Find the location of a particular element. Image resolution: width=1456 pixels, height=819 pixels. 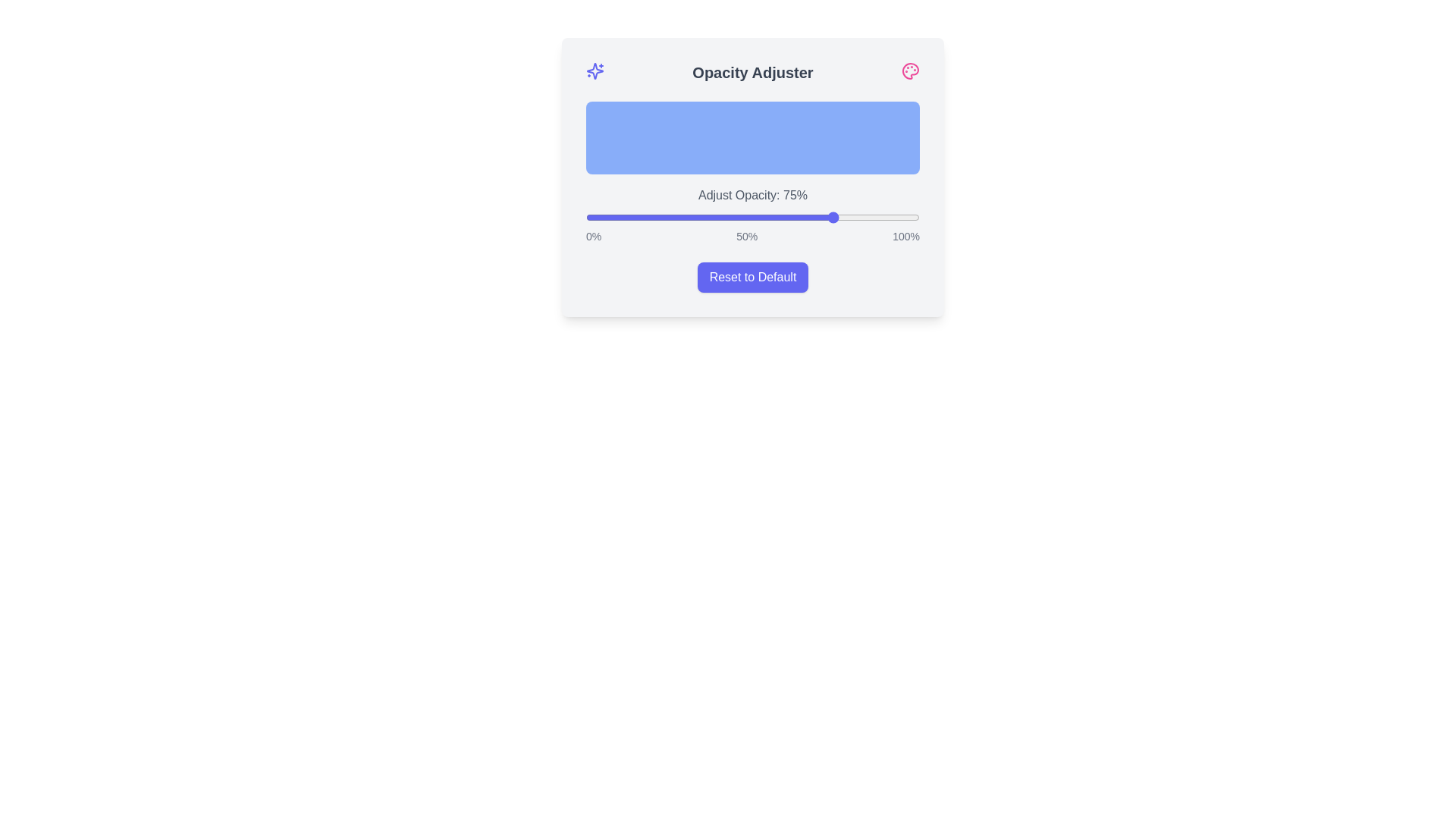

the slider to set the opacity to 81% is located at coordinates (856, 217).